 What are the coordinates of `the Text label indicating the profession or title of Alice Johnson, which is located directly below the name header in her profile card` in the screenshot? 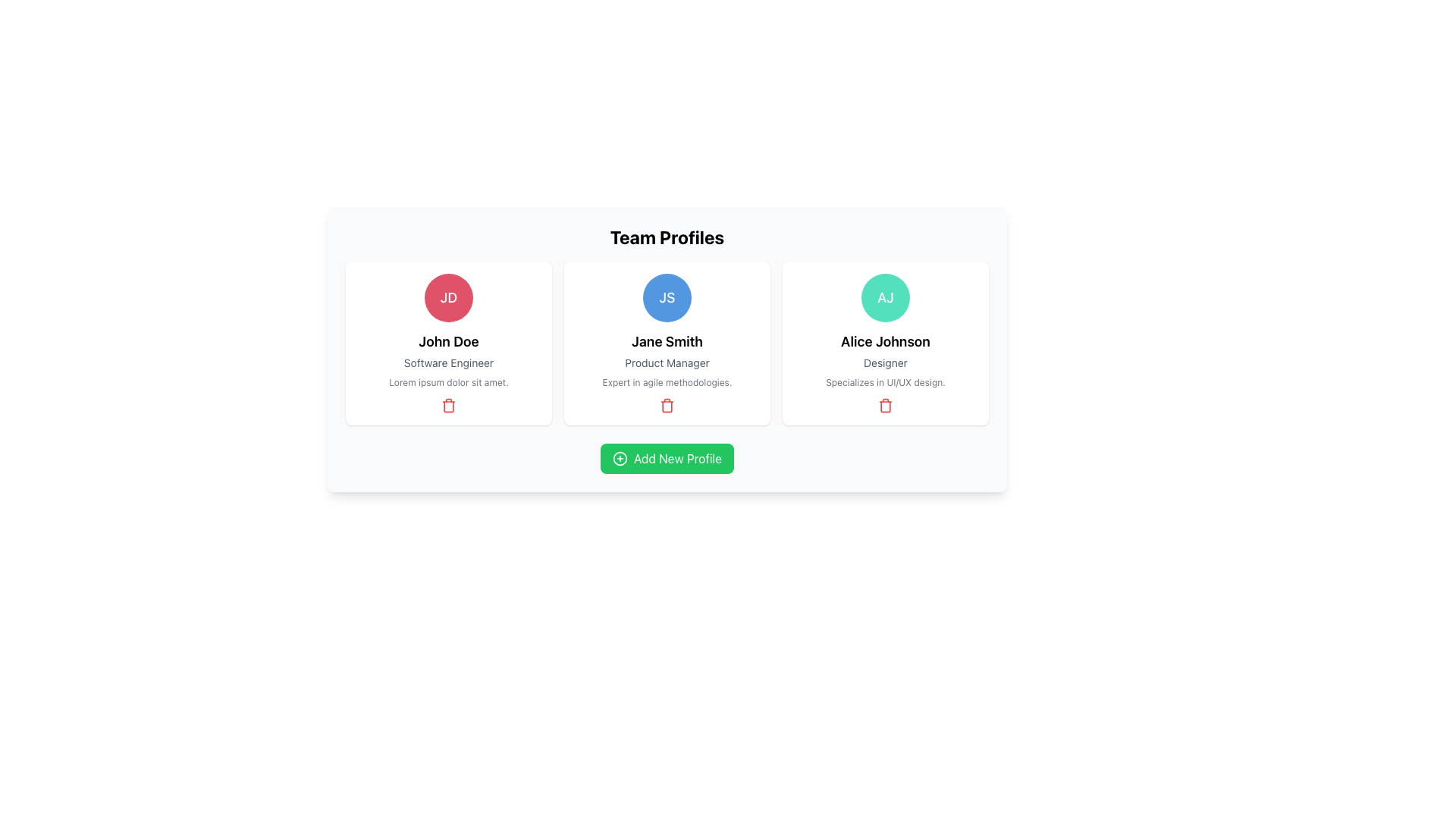 It's located at (885, 362).